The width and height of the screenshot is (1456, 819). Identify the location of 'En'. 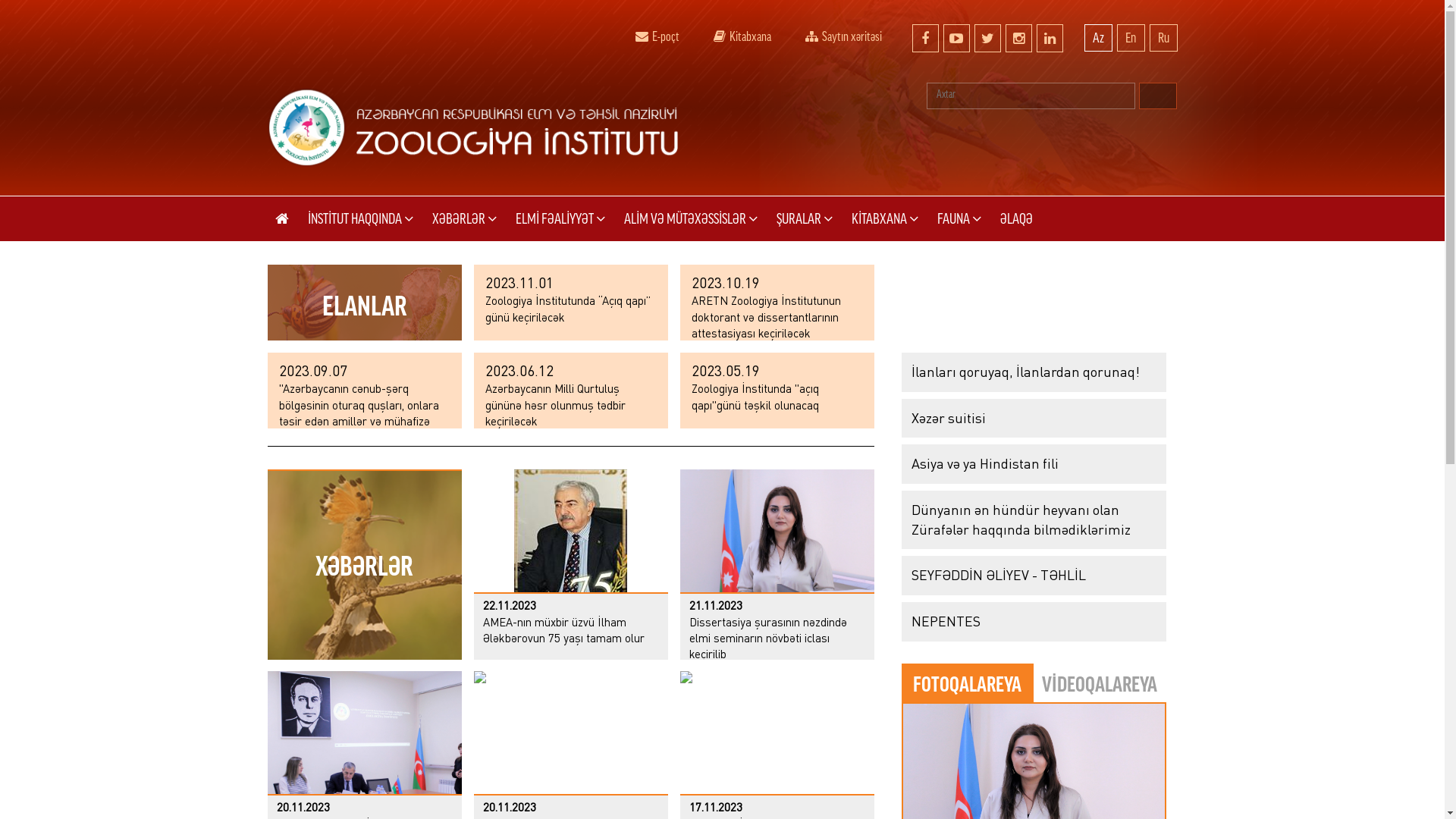
(1116, 37).